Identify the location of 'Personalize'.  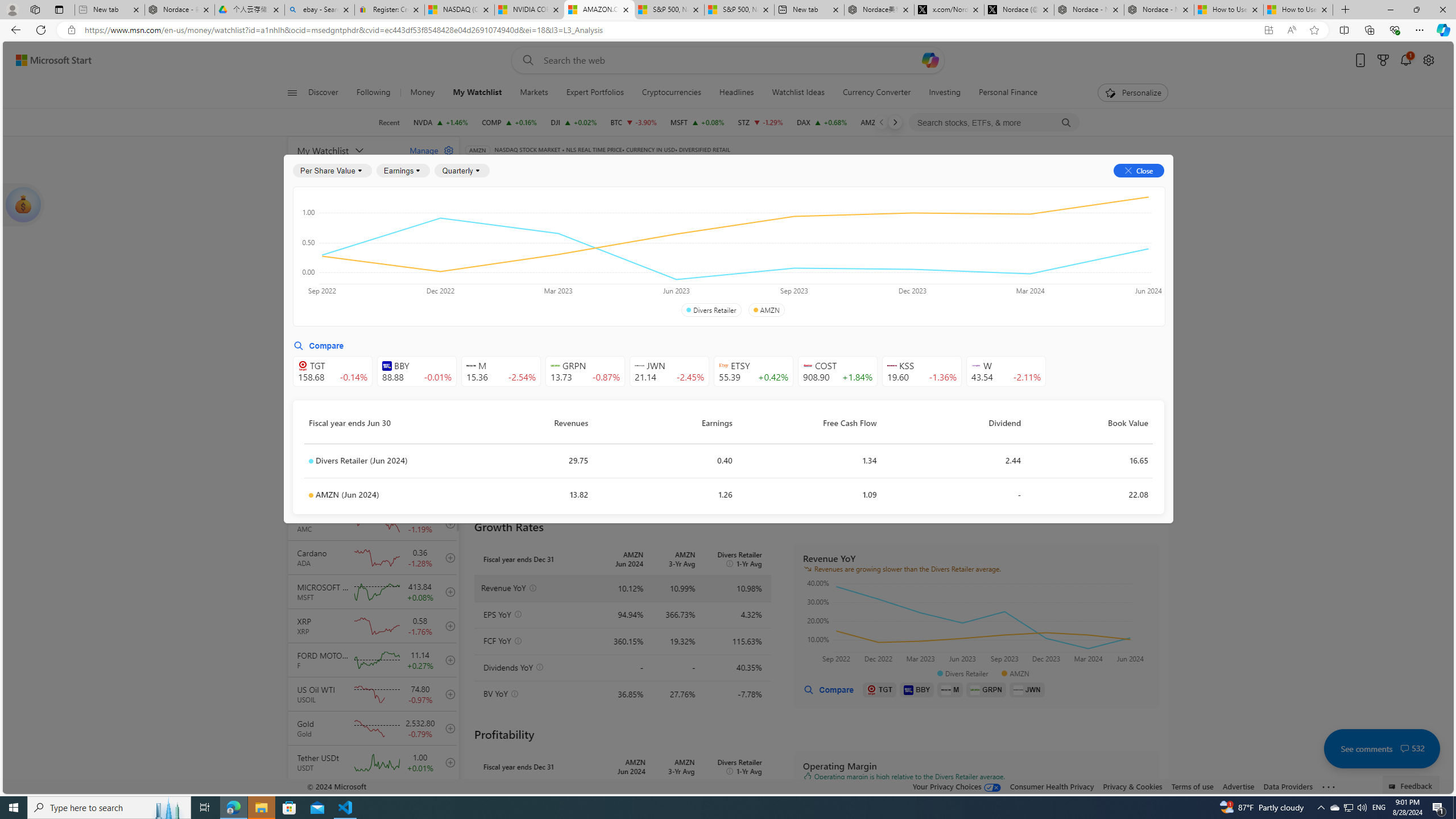
(1132, 92).